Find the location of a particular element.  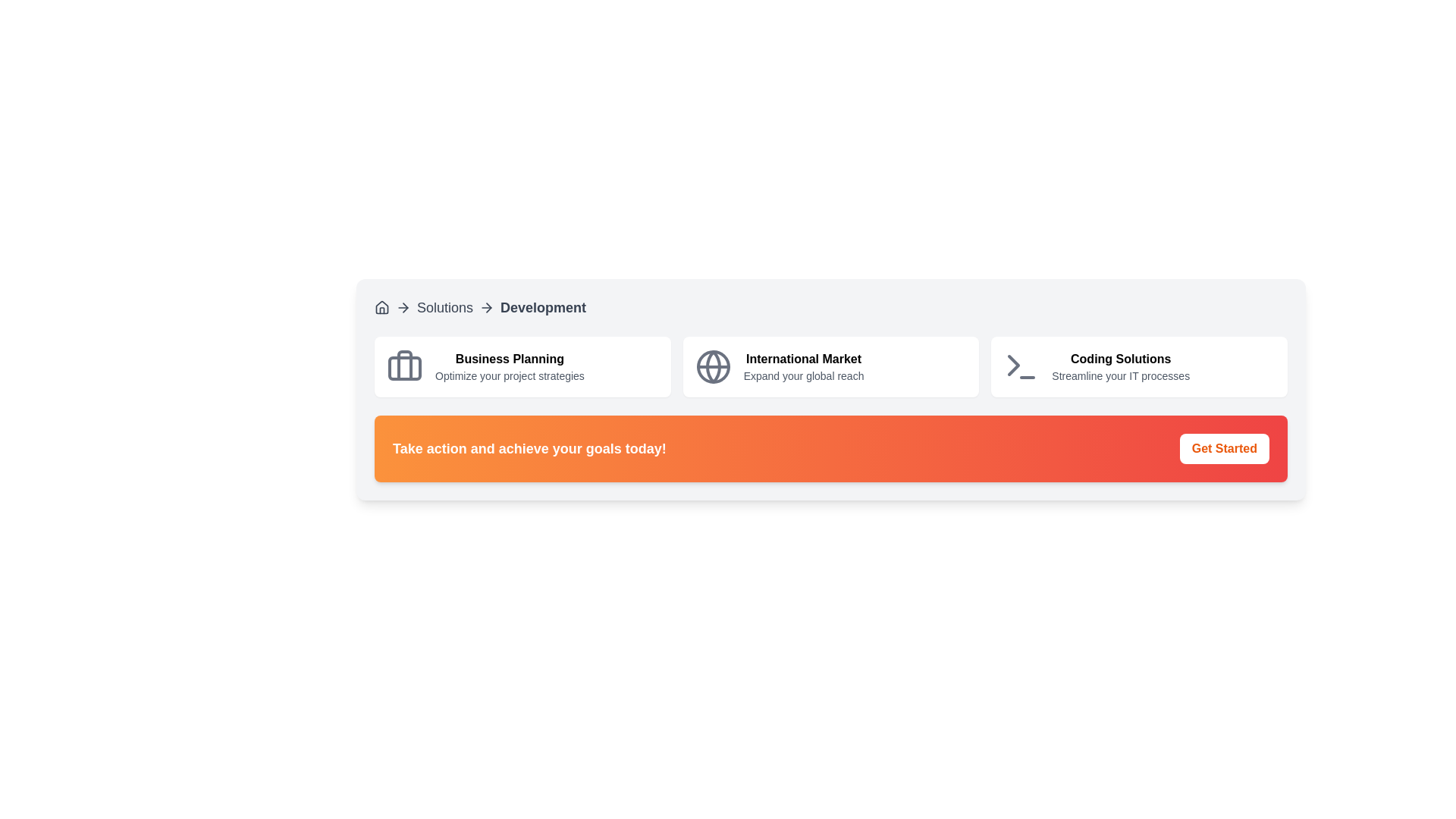

the SVG circle component that is part of the globe icon within the 'International Market' card is located at coordinates (712, 366).